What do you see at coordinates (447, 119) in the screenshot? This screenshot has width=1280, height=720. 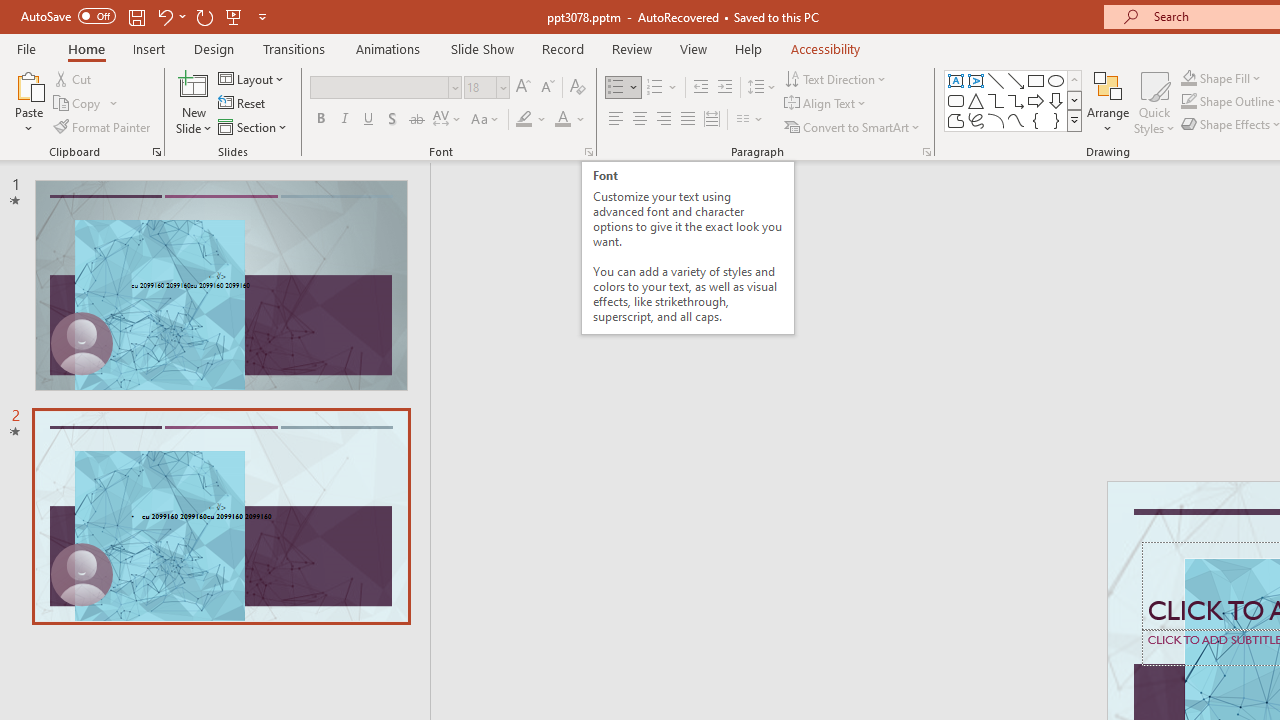 I see `'Character Spacing'` at bounding box center [447, 119].